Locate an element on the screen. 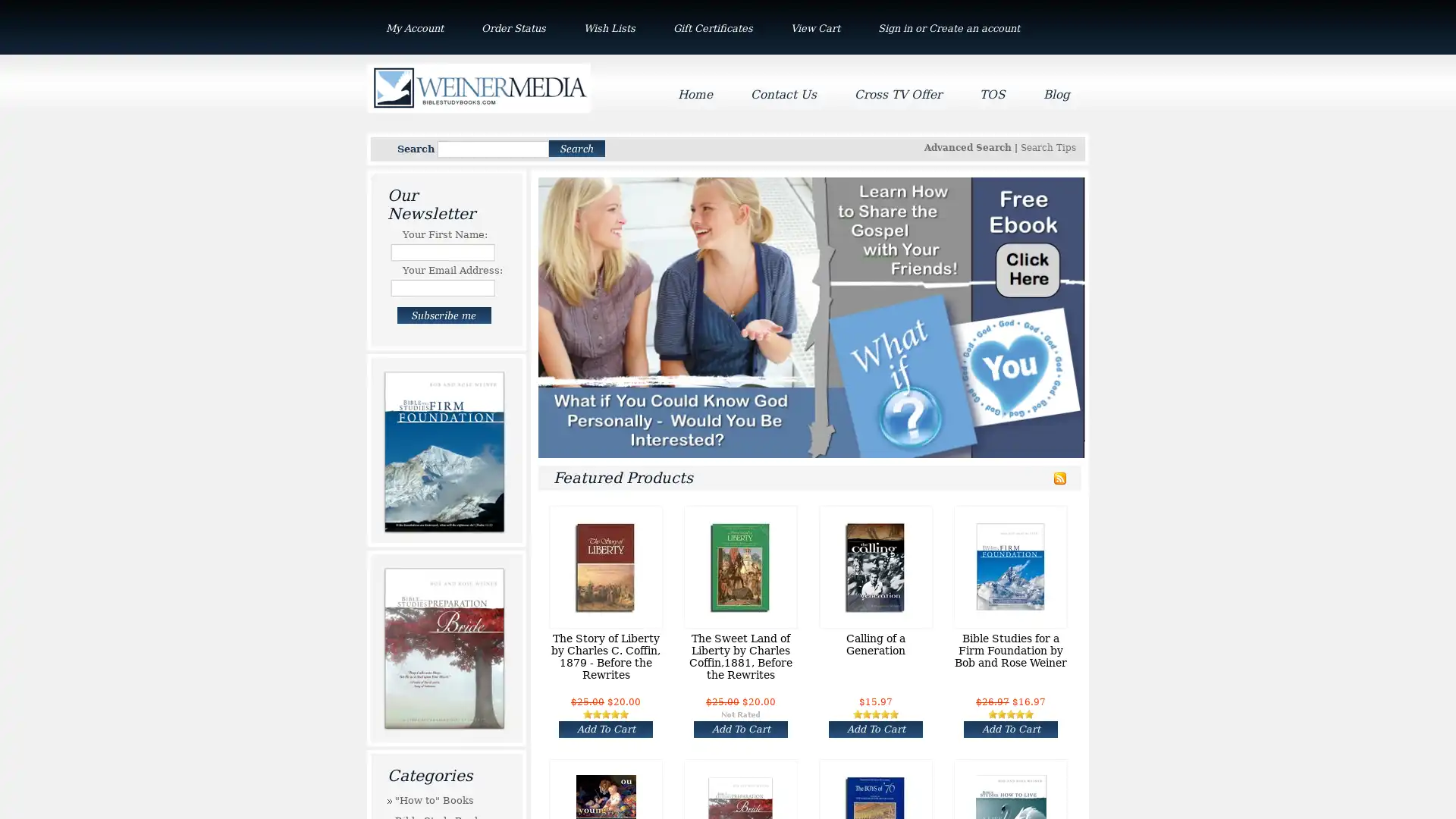 Image resolution: width=1456 pixels, height=819 pixels. Subscribe is located at coordinates (443, 315).